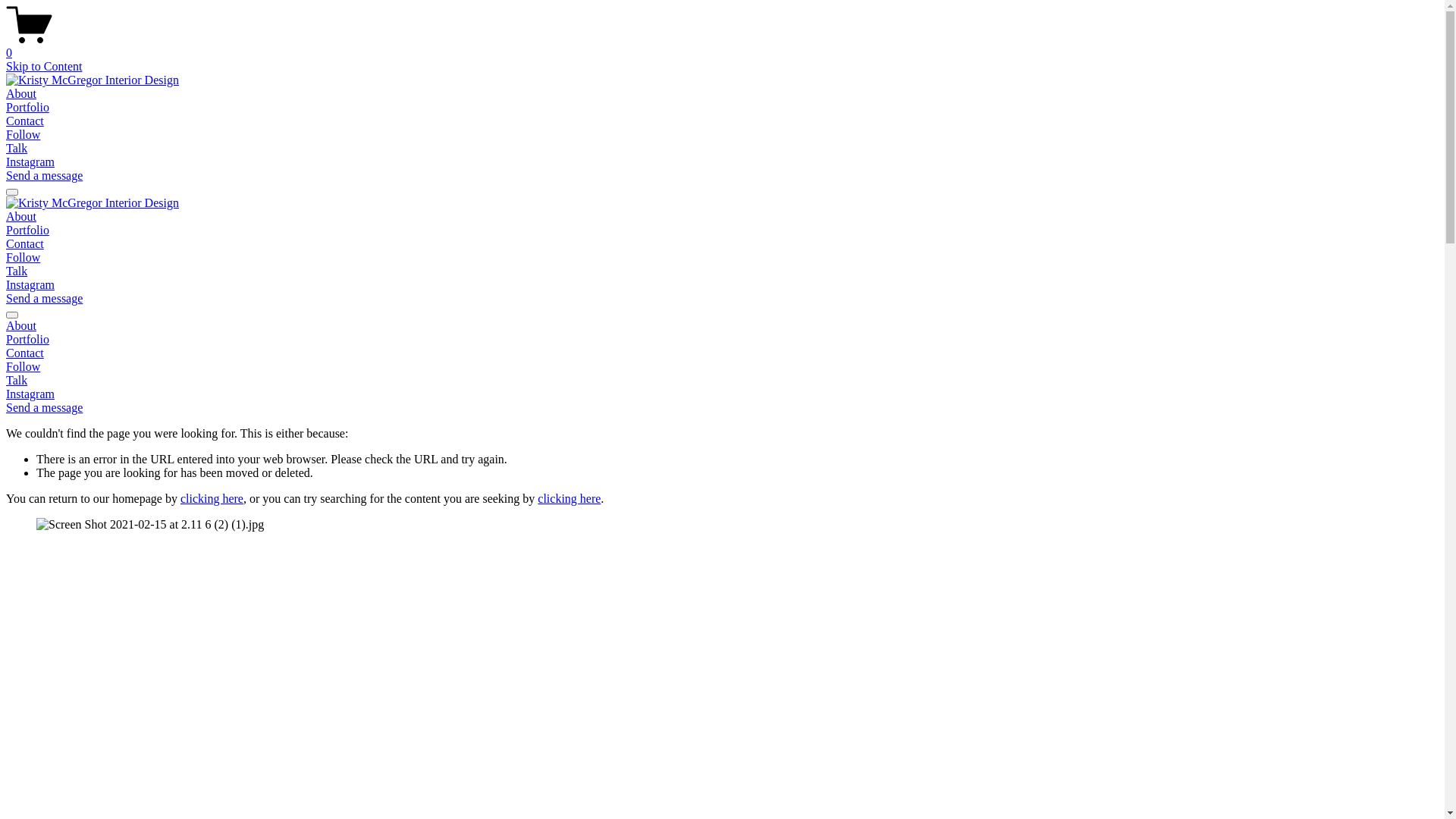 The image size is (1456, 819). Describe the element at coordinates (23, 256) in the screenshot. I see `'Follow'` at that location.